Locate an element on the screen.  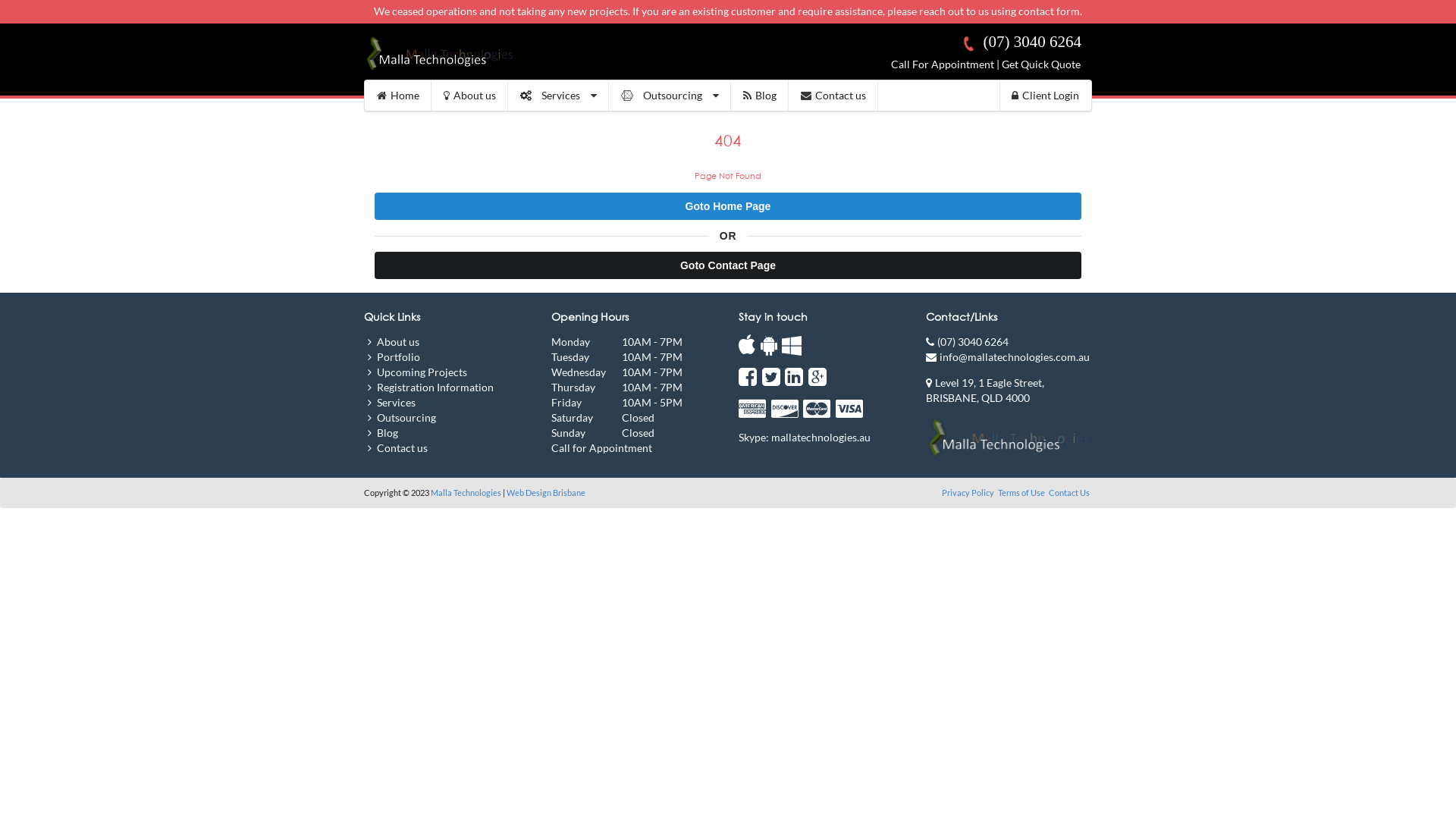
'Malla Technologies' is located at coordinates (465, 492).